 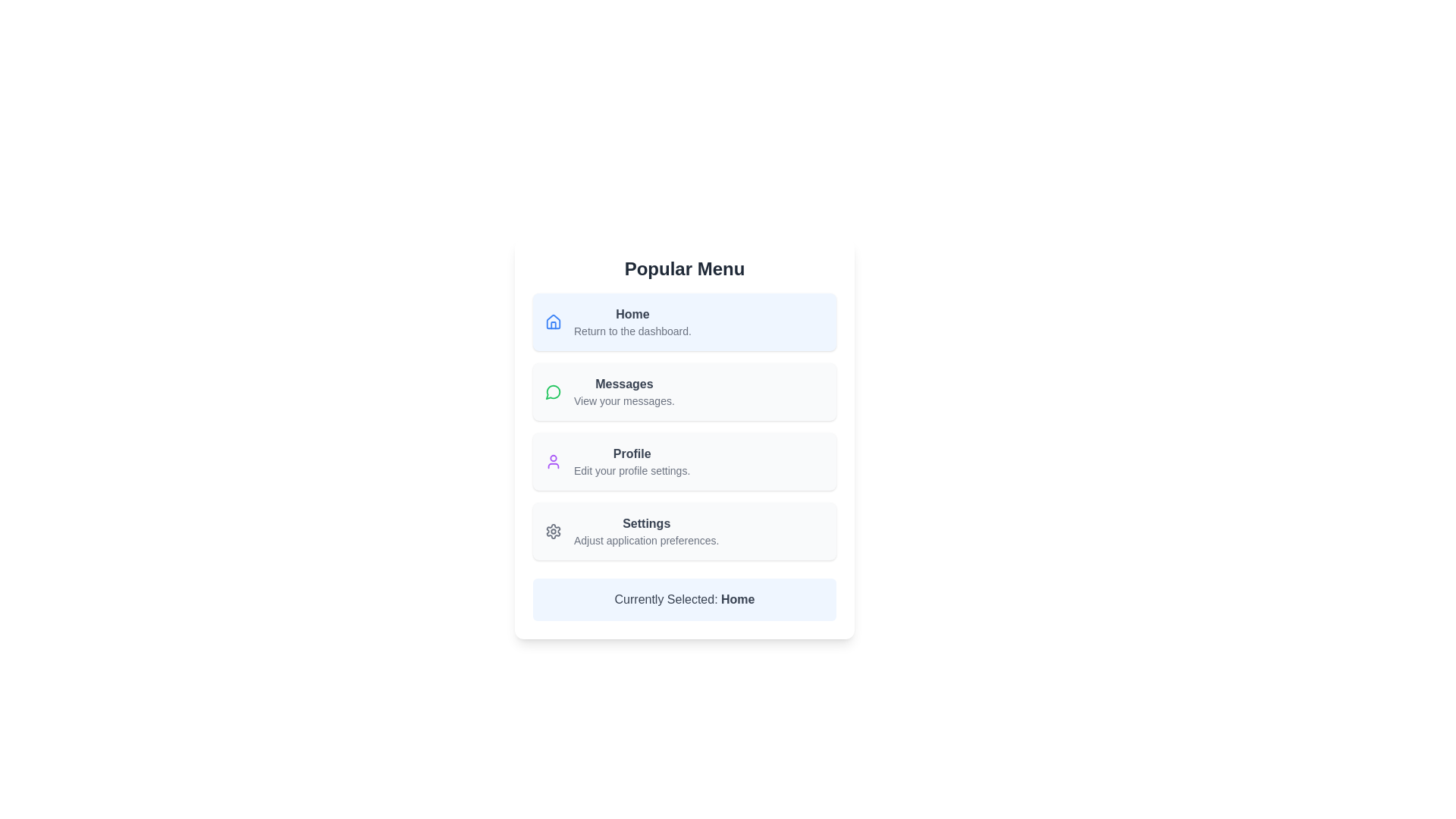 I want to click on the menu item labeled Messages, so click(x=623, y=391).